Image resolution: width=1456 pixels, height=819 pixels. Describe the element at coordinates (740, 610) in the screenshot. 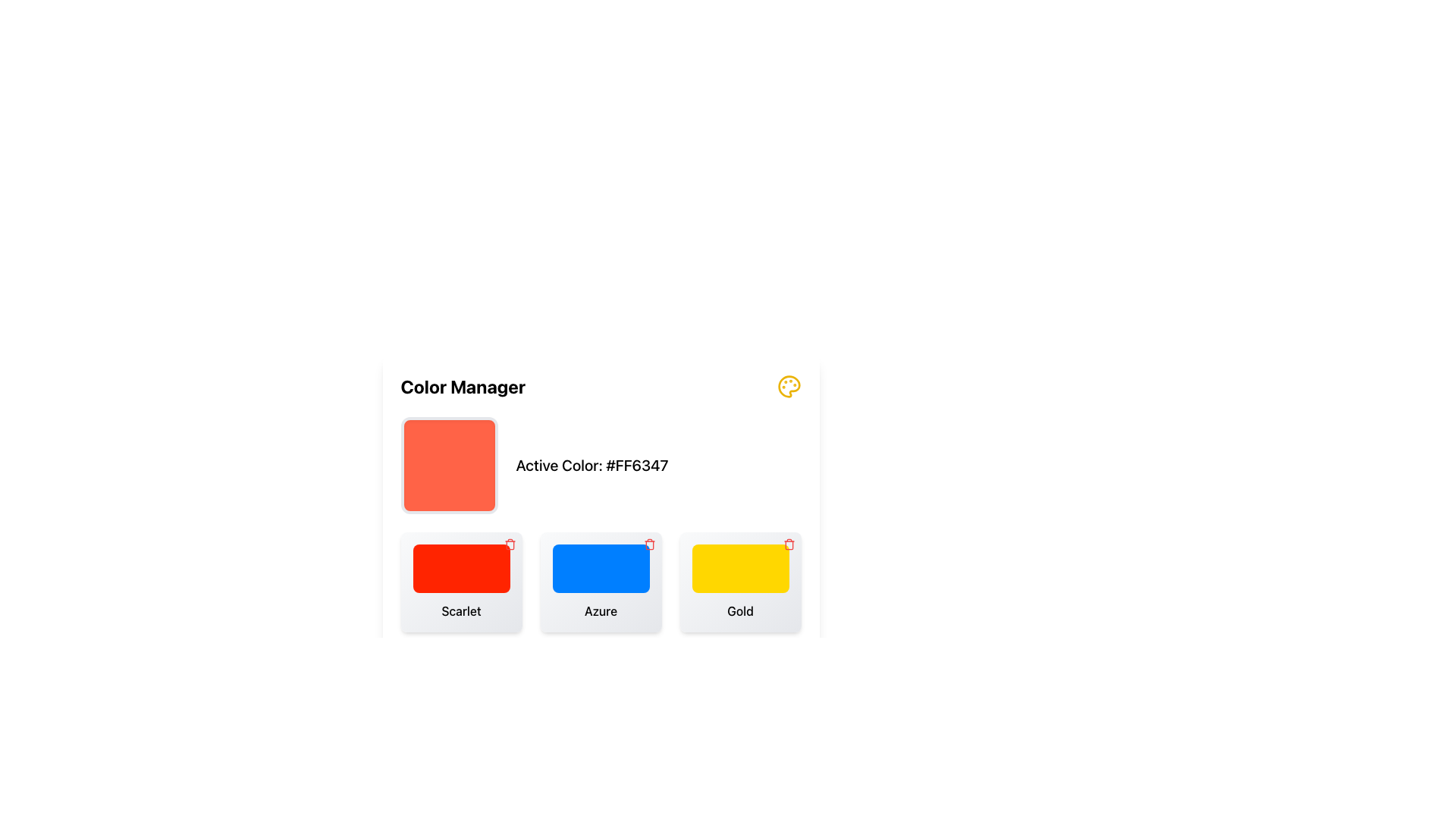

I see `the label that displays the word 'Gold' which is centered below a rectangular yellow color swatch in the bottom right of the interface` at that location.